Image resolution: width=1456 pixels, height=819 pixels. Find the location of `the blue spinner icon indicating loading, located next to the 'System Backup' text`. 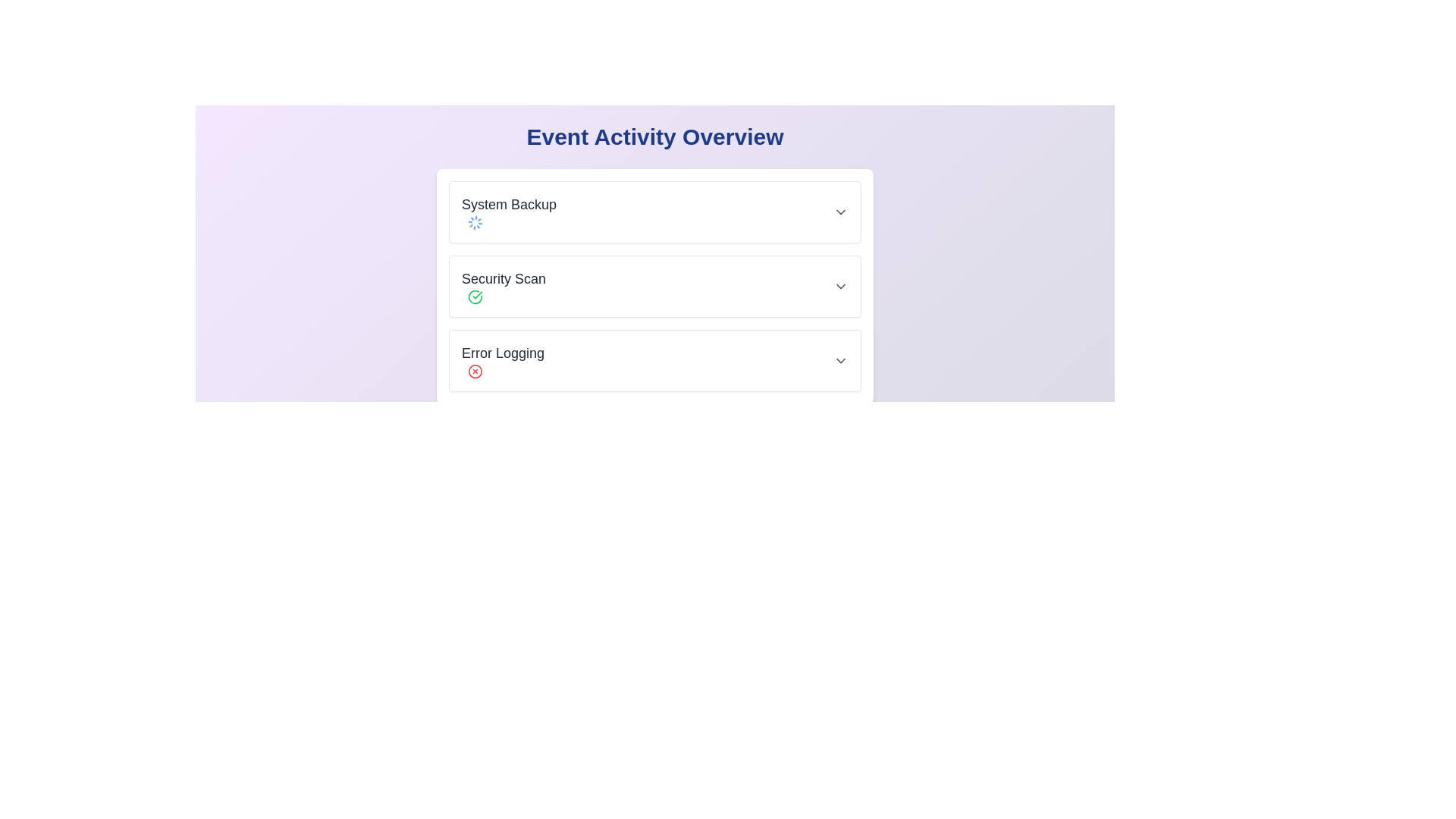

the blue spinner icon indicating loading, located next to the 'System Backup' text is located at coordinates (475, 222).